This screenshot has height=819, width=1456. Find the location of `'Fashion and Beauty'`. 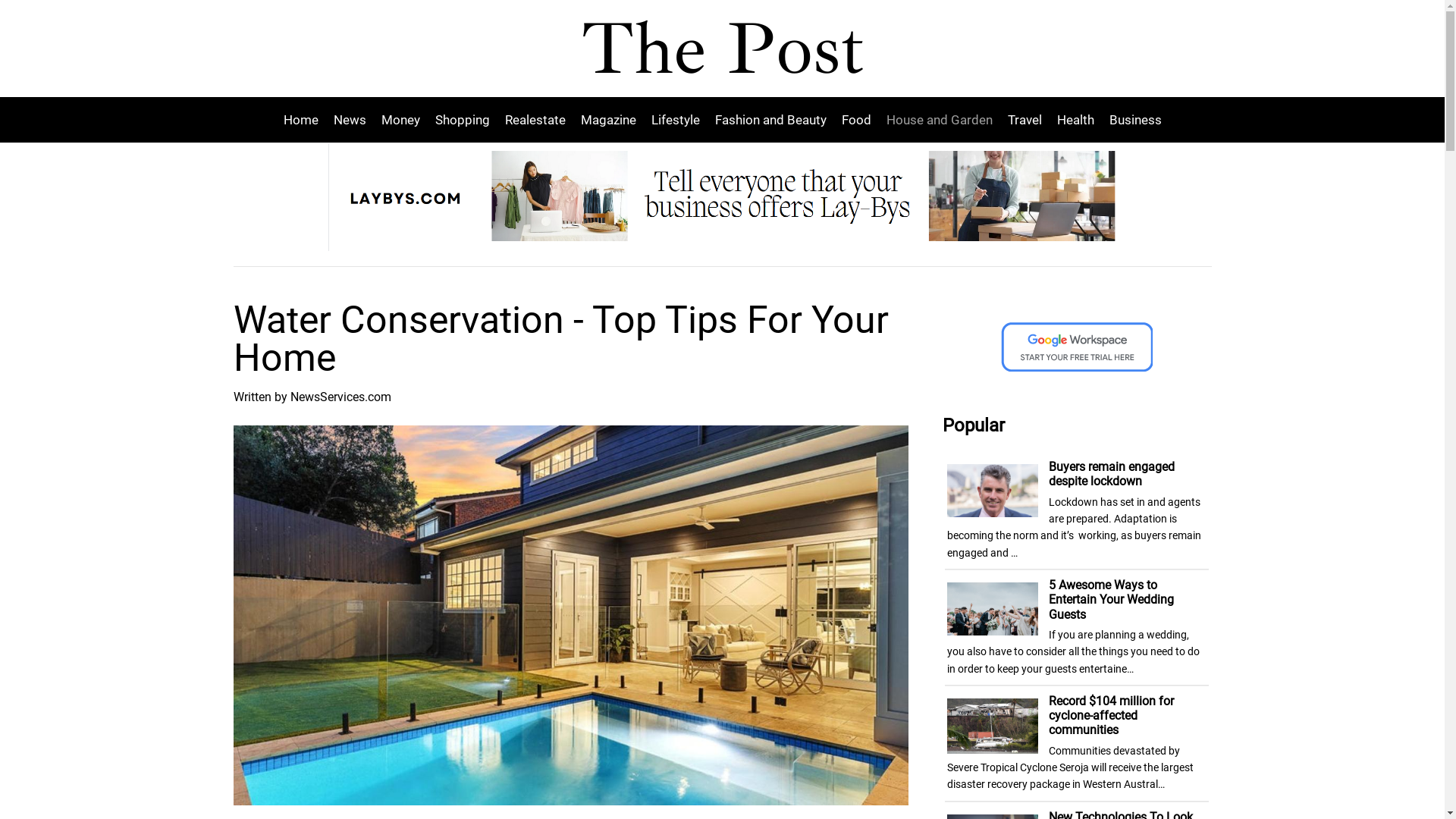

'Fashion and Beauty' is located at coordinates (770, 119).